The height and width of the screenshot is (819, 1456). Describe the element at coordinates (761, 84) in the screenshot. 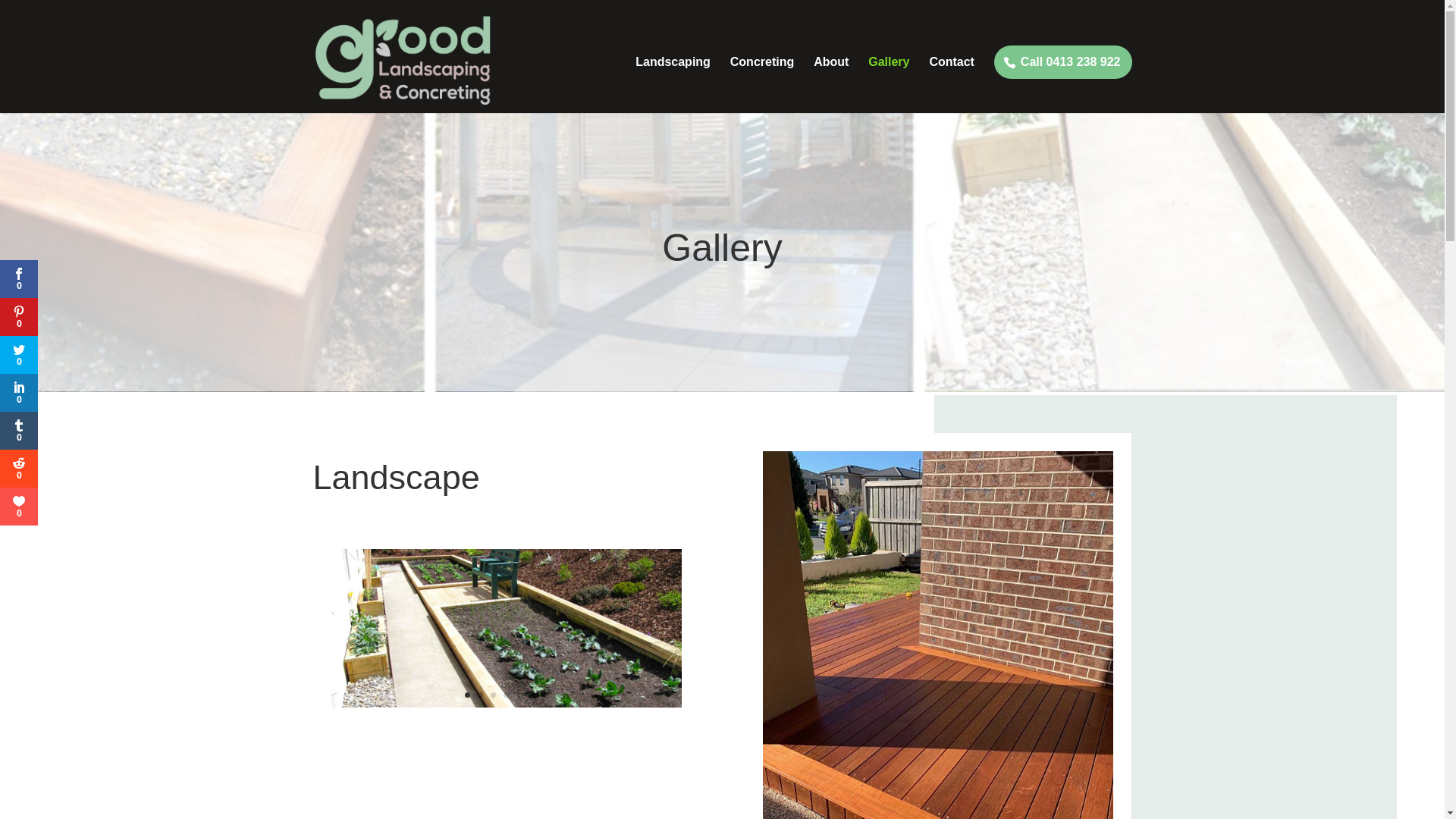

I see `'Concreting'` at that location.